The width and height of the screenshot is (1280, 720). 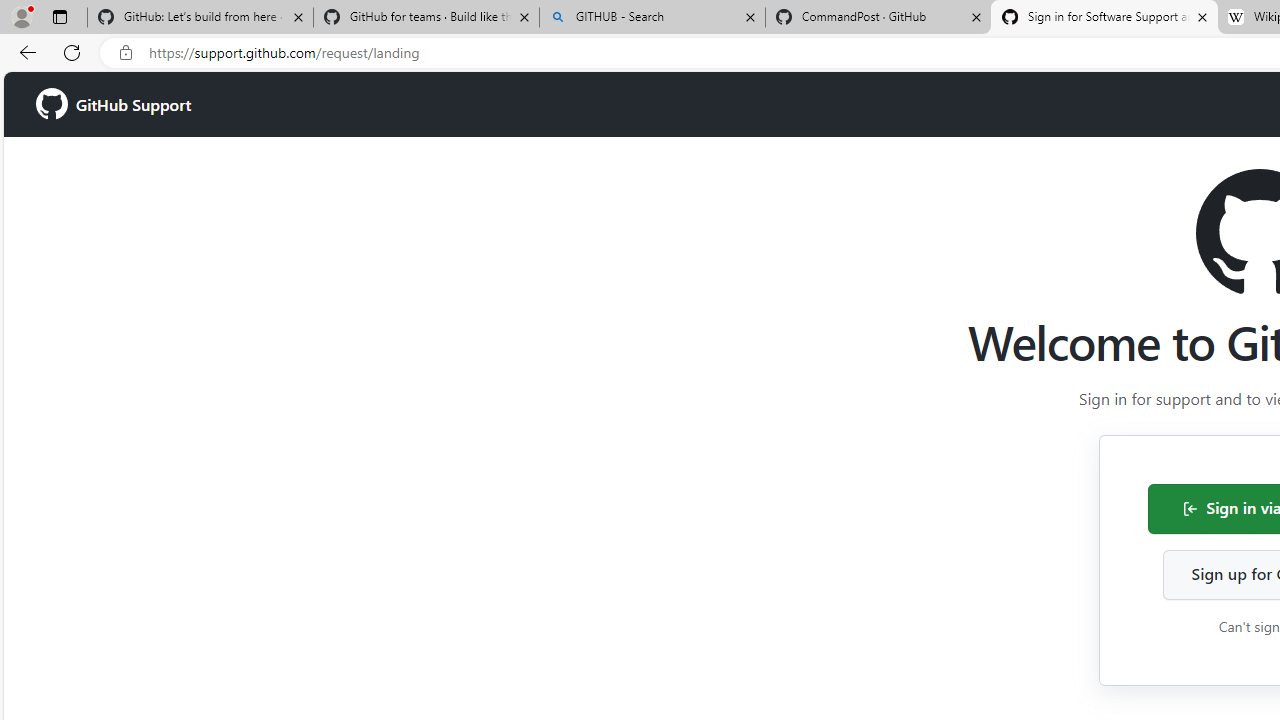 What do you see at coordinates (652, 17) in the screenshot?
I see `'GITHUB - Search'` at bounding box center [652, 17].